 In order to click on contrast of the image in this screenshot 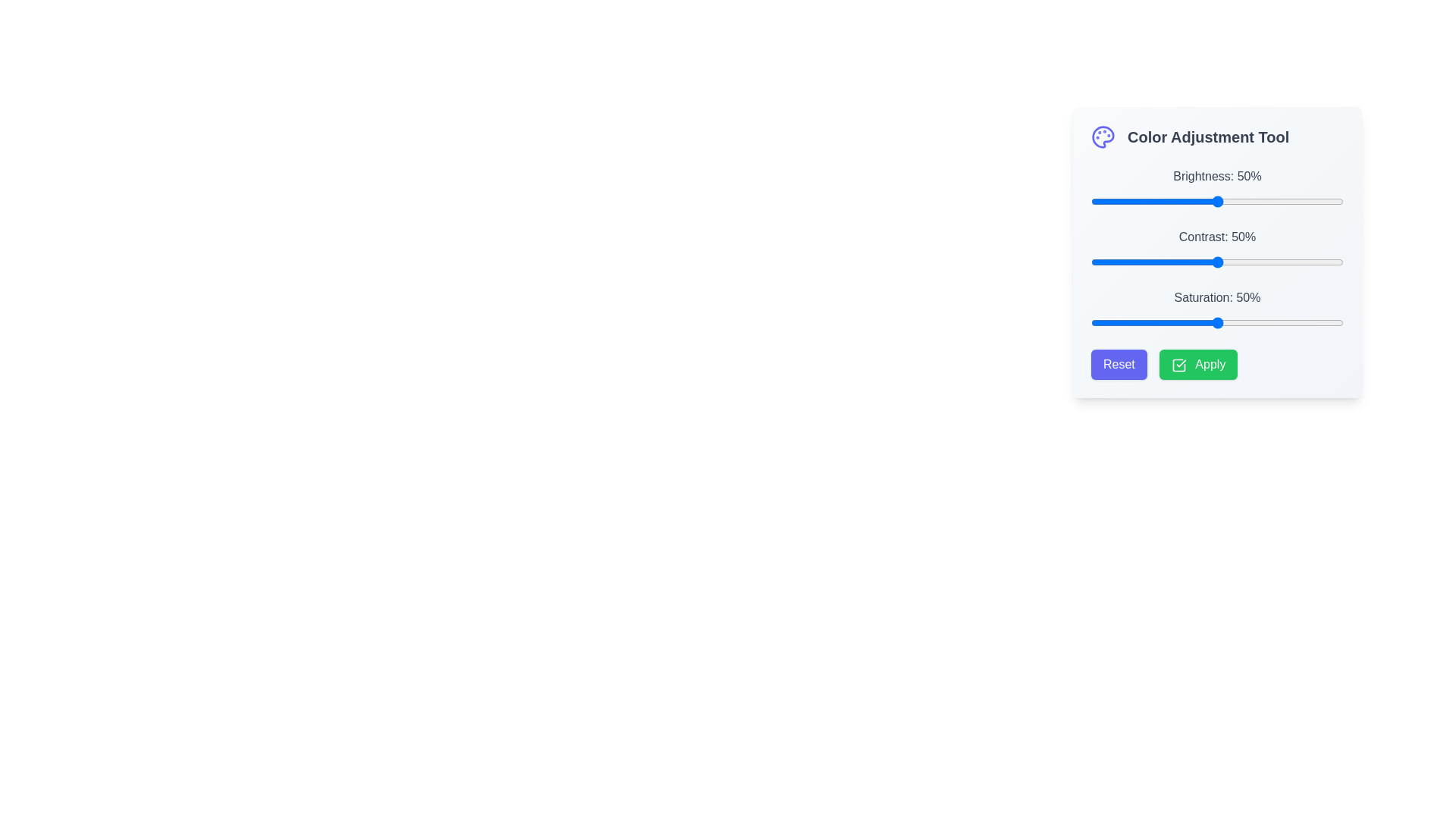, I will do `click(1275, 262)`.